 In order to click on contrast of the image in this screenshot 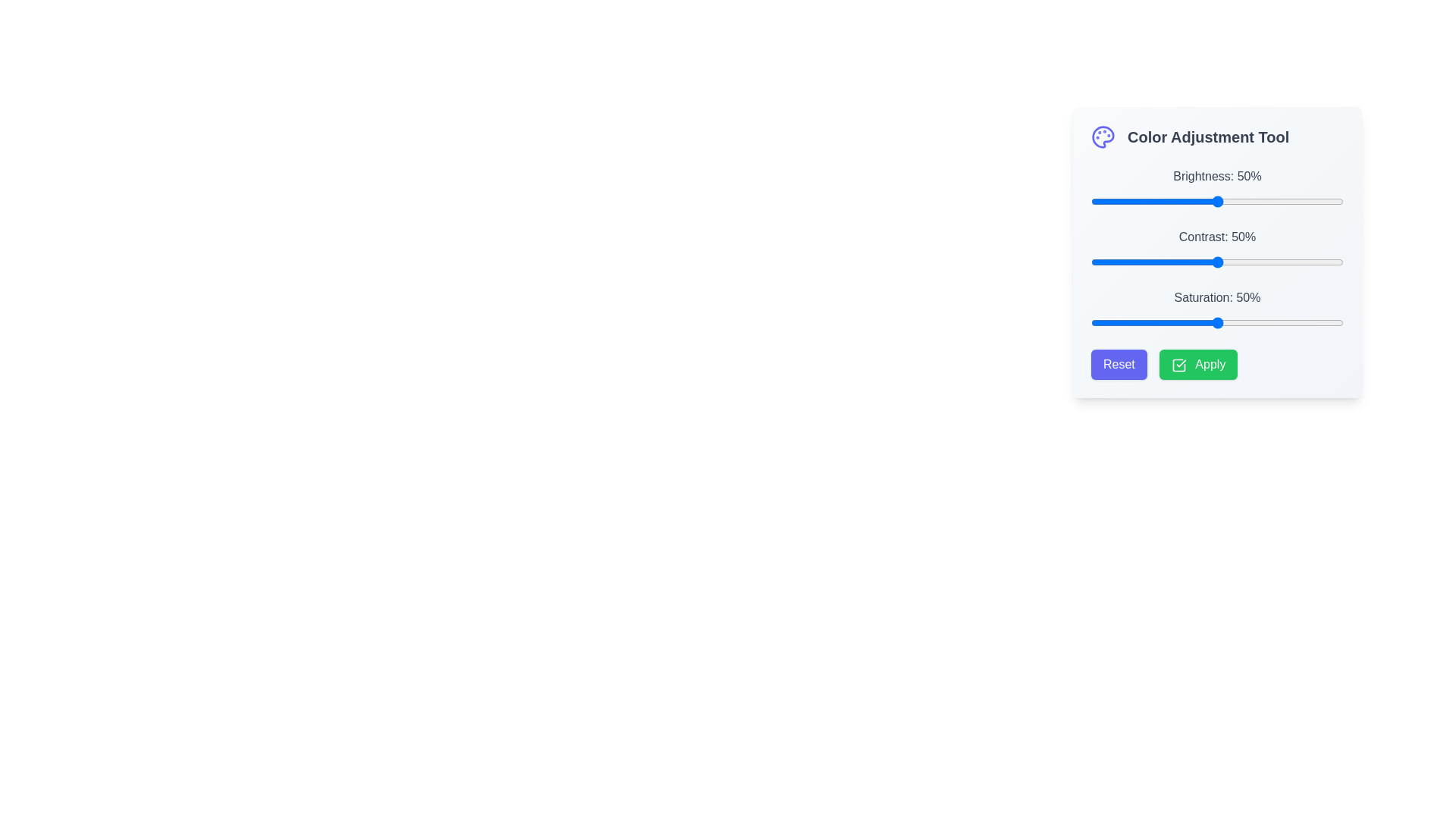, I will do `click(1275, 262)`.